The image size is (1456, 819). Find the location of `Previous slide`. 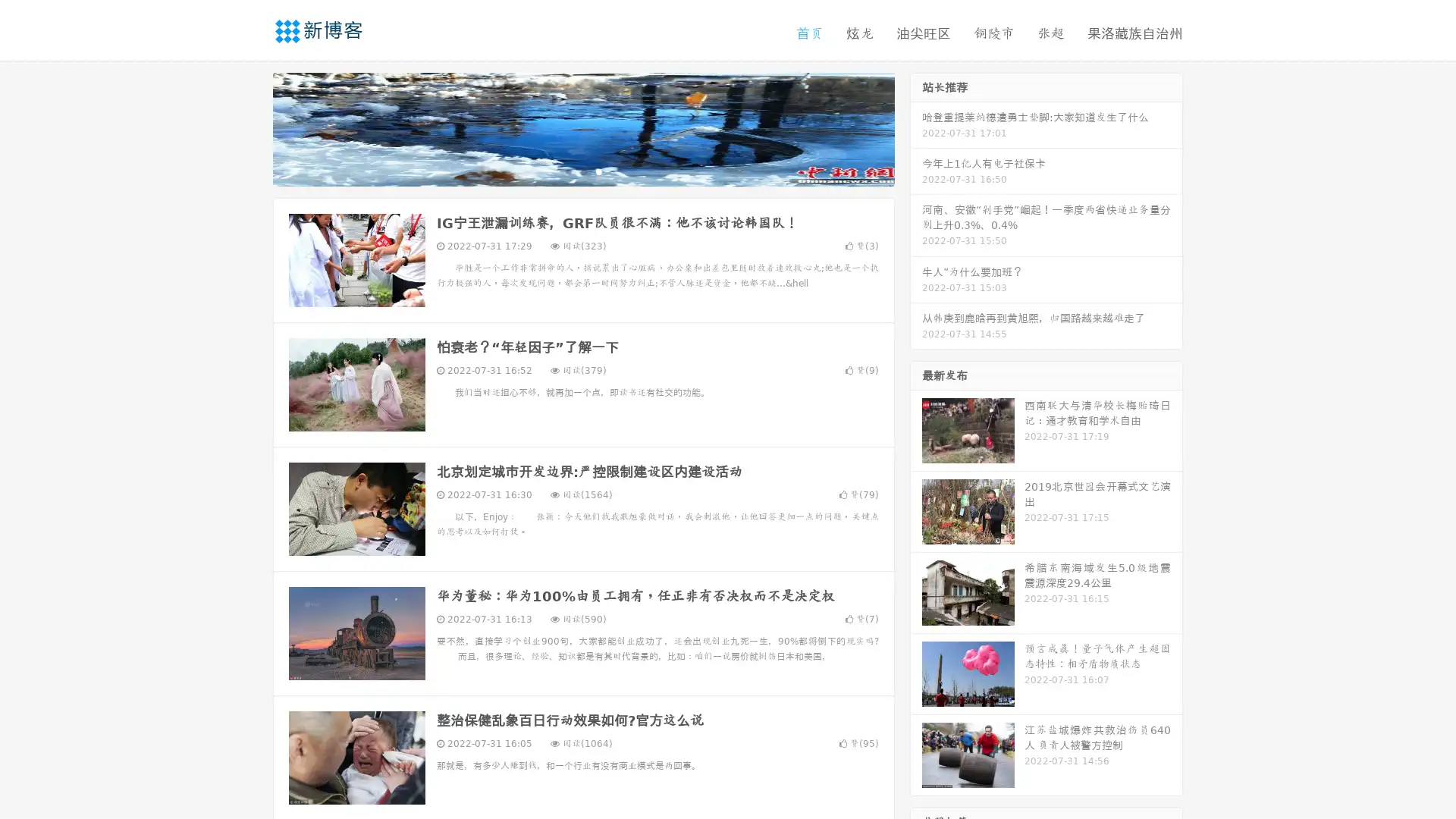

Previous slide is located at coordinates (250, 127).